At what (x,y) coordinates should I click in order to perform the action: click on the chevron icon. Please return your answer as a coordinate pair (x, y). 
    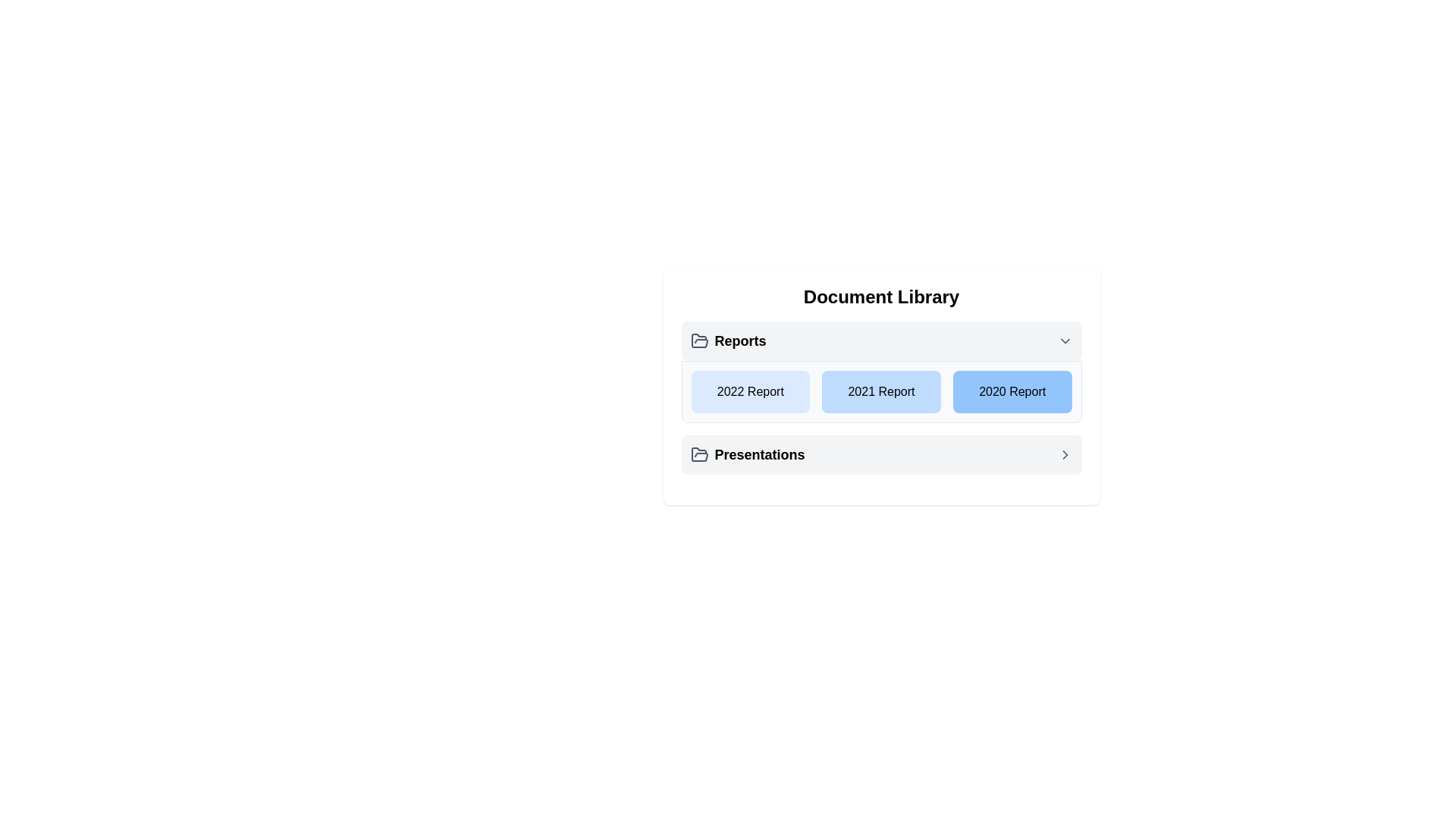
    Looking at the image, I should click on (1064, 341).